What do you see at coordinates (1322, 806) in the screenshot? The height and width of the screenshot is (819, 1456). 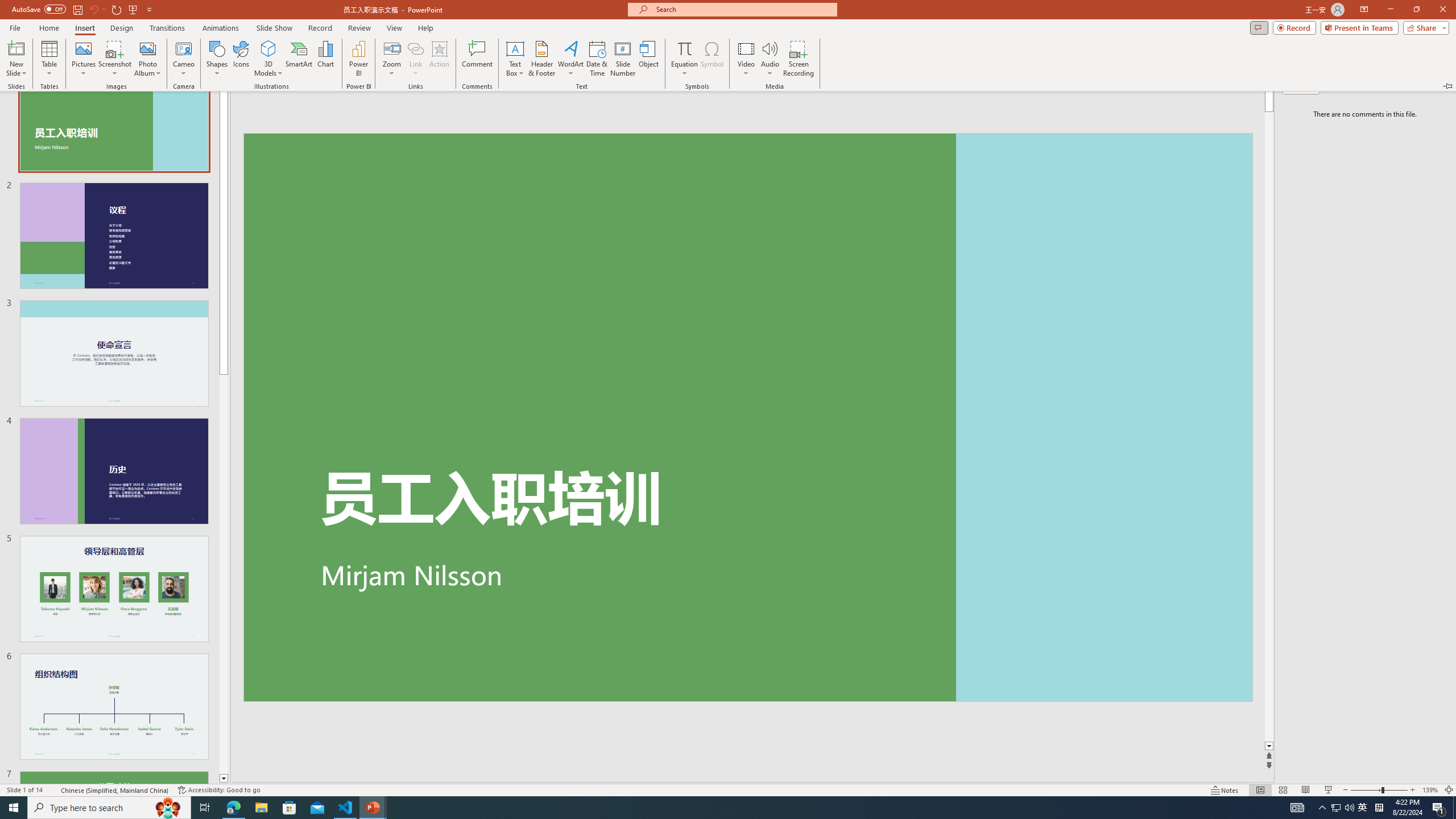 I see `'Notification Chevron'` at bounding box center [1322, 806].